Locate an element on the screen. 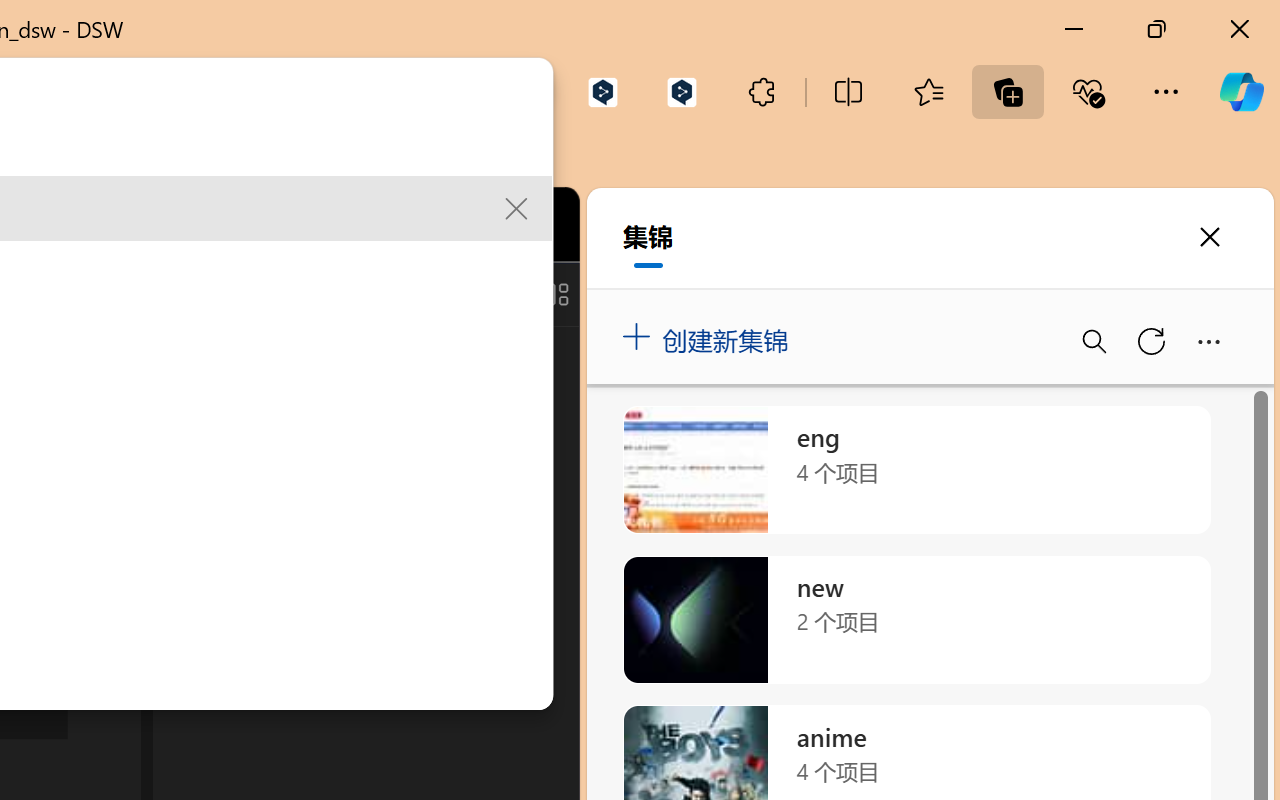  'Customize Layout...' is located at coordinates (554, 294).